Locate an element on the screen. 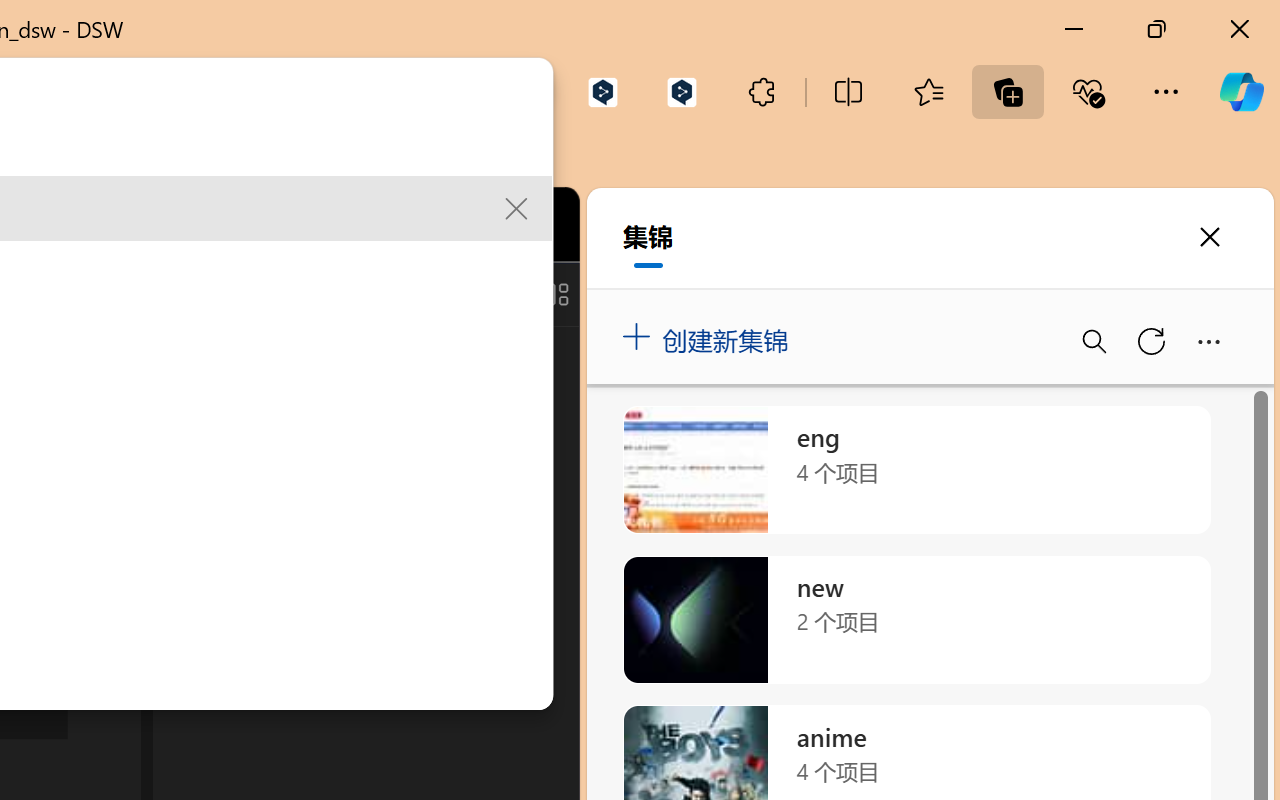  'Customize Layout...' is located at coordinates (554, 294).